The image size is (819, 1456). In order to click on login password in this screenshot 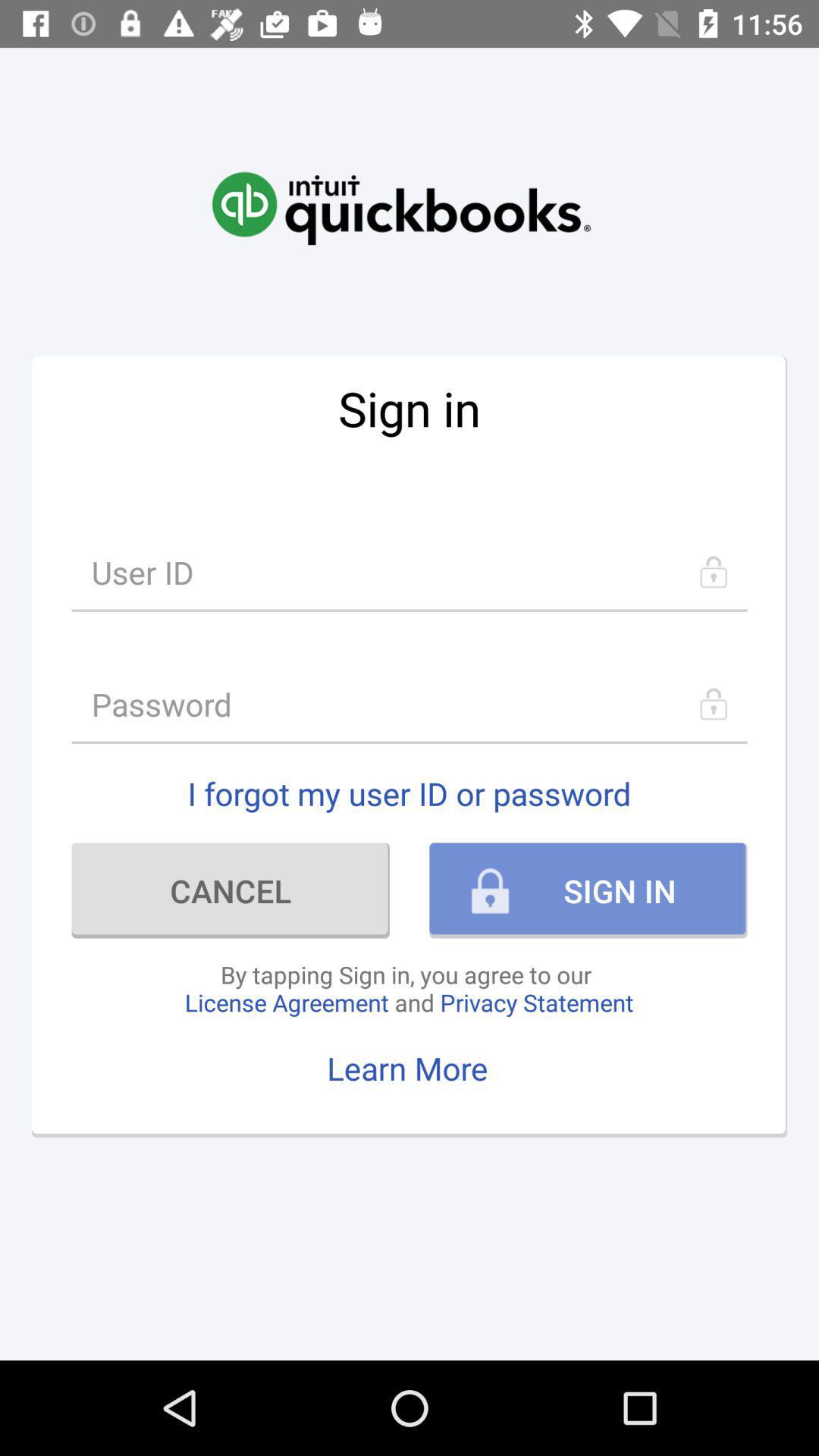, I will do `click(409, 703)`.